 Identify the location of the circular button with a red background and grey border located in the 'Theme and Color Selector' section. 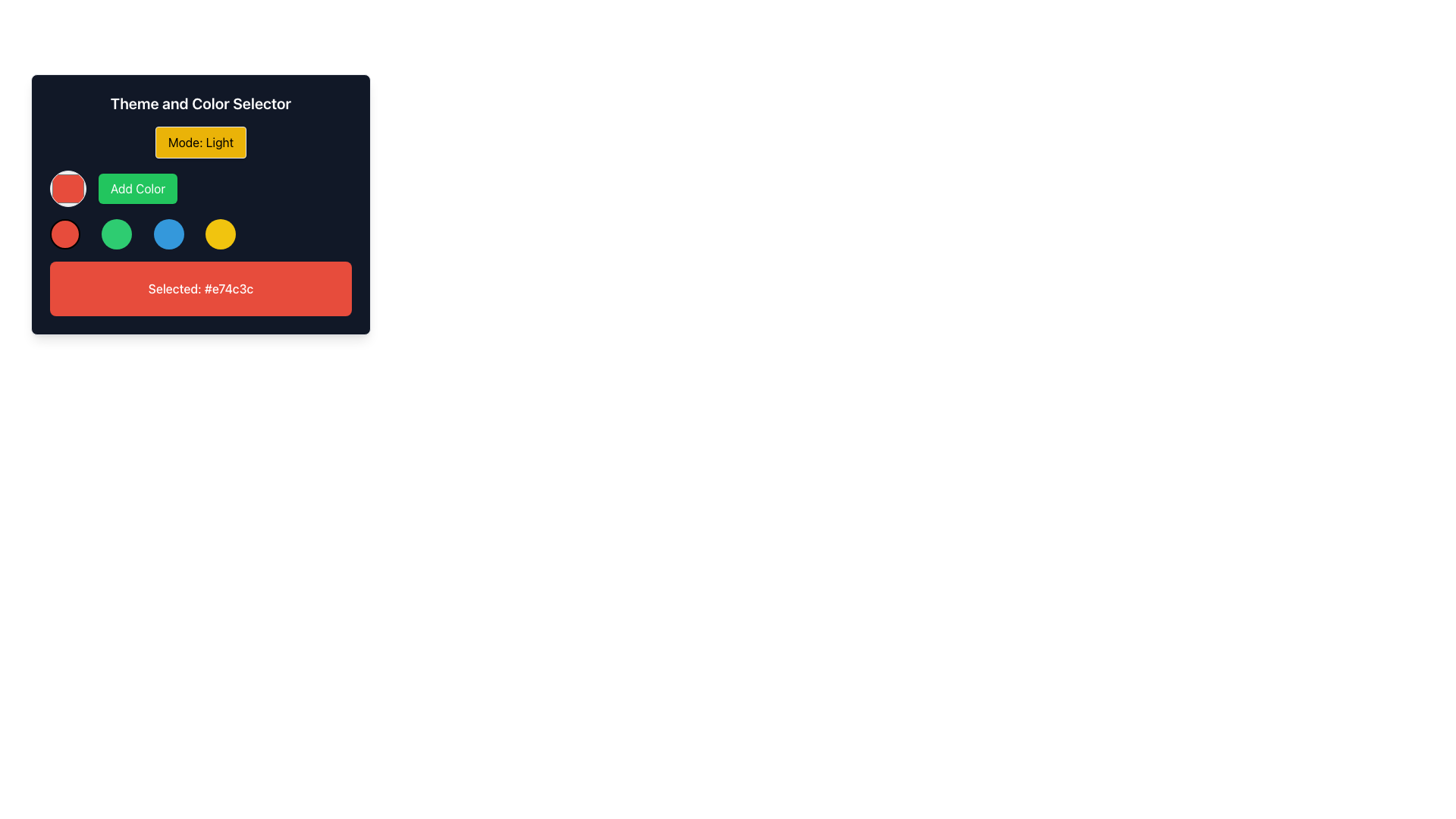
(67, 188).